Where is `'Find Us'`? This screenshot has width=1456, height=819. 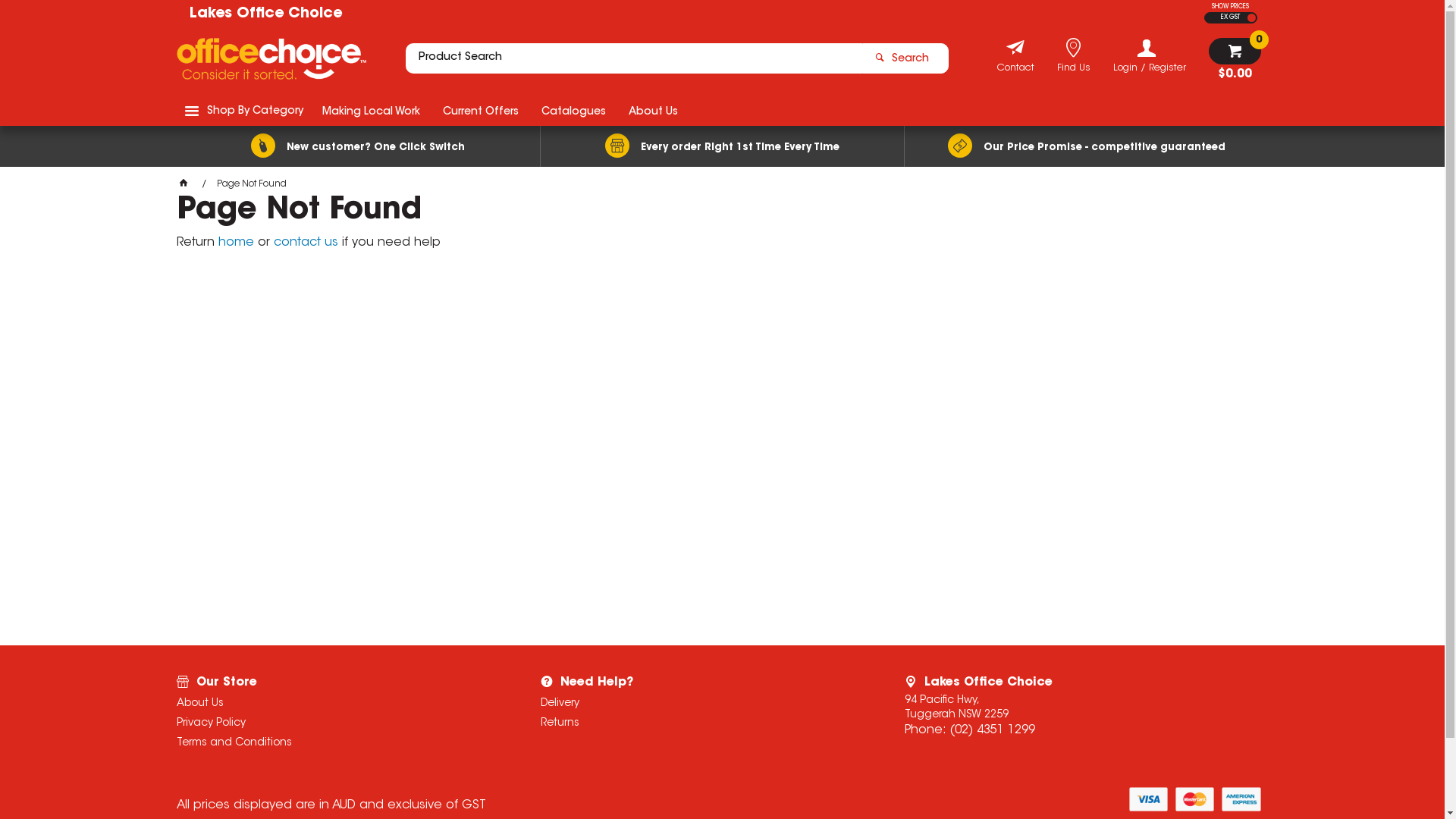
'Find Us' is located at coordinates (1073, 70).